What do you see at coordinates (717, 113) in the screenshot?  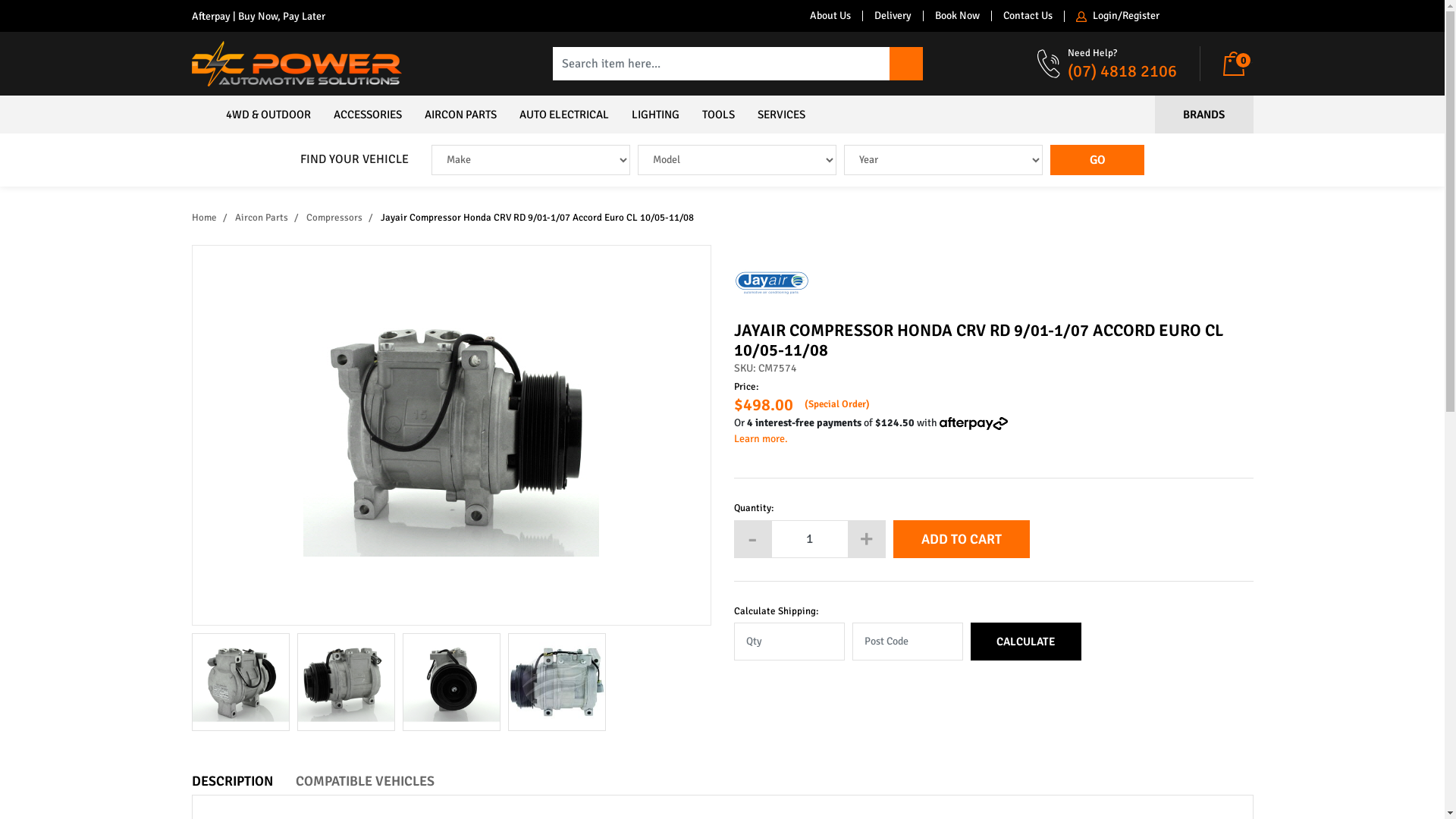 I see `'TOOLS'` at bounding box center [717, 113].